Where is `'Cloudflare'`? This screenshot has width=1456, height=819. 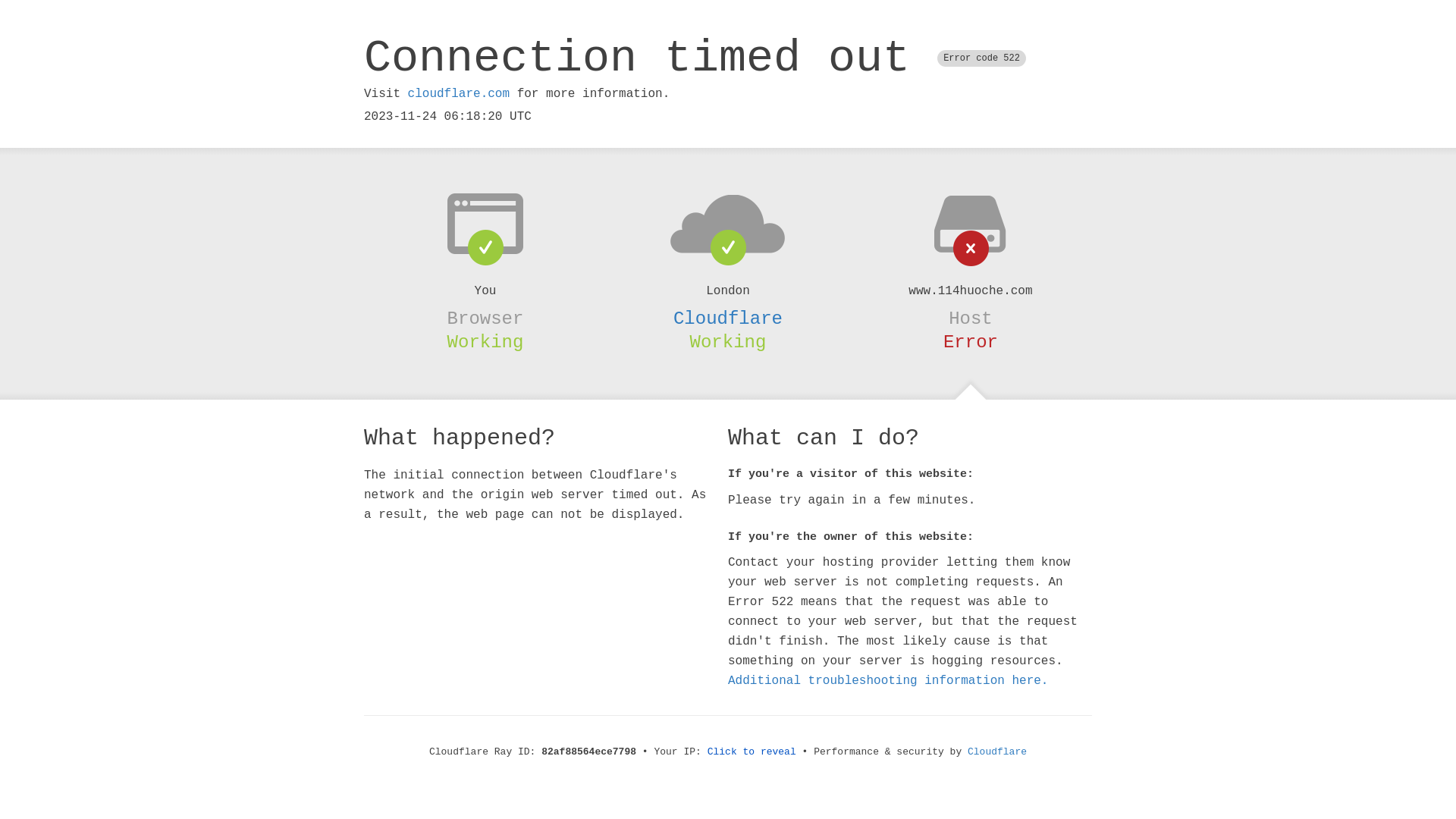 'Cloudflare' is located at coordinates (728, 318).